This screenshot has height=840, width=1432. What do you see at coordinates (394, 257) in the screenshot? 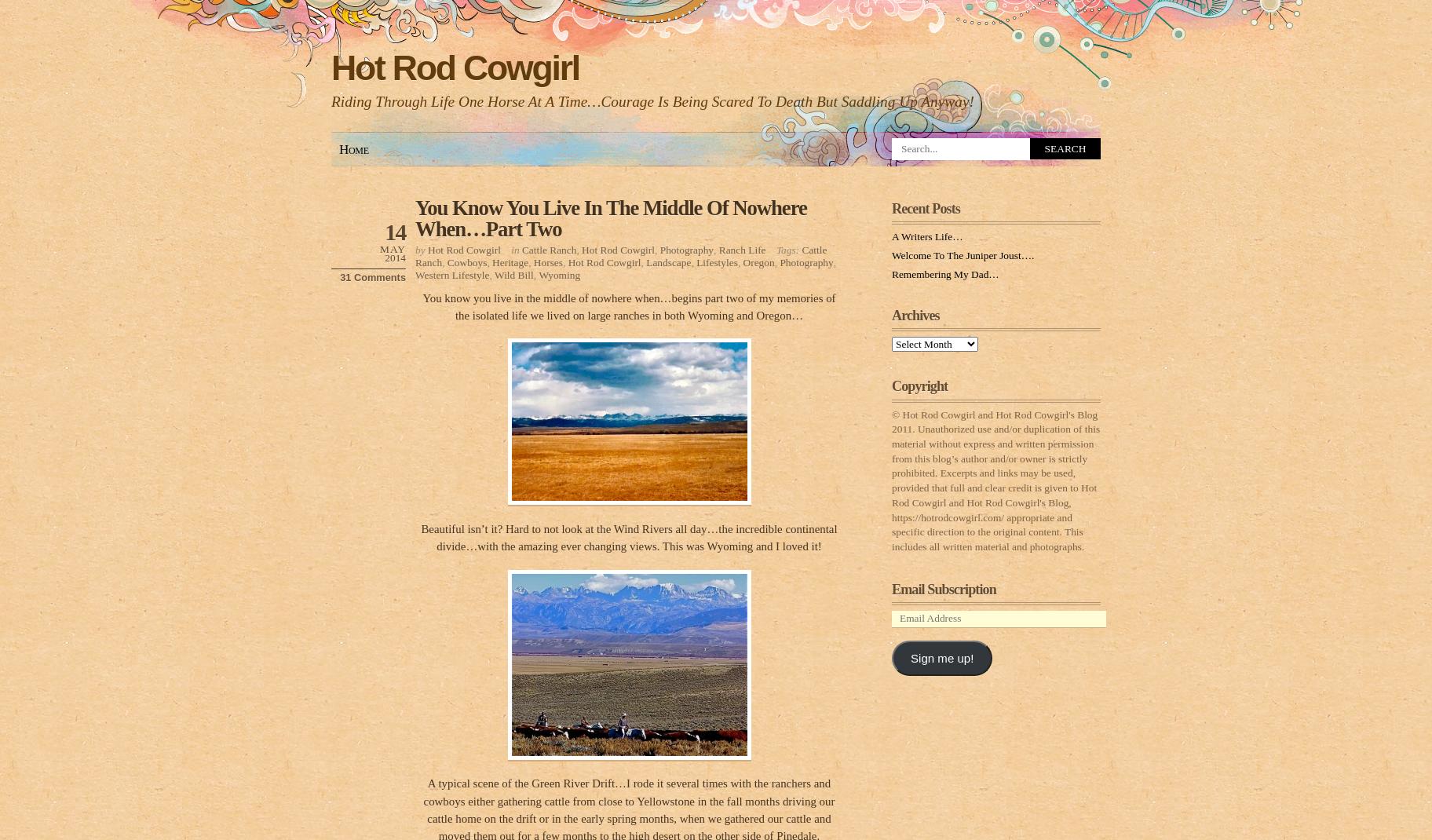
I see `'2014'` at bounding box center [394, 257].